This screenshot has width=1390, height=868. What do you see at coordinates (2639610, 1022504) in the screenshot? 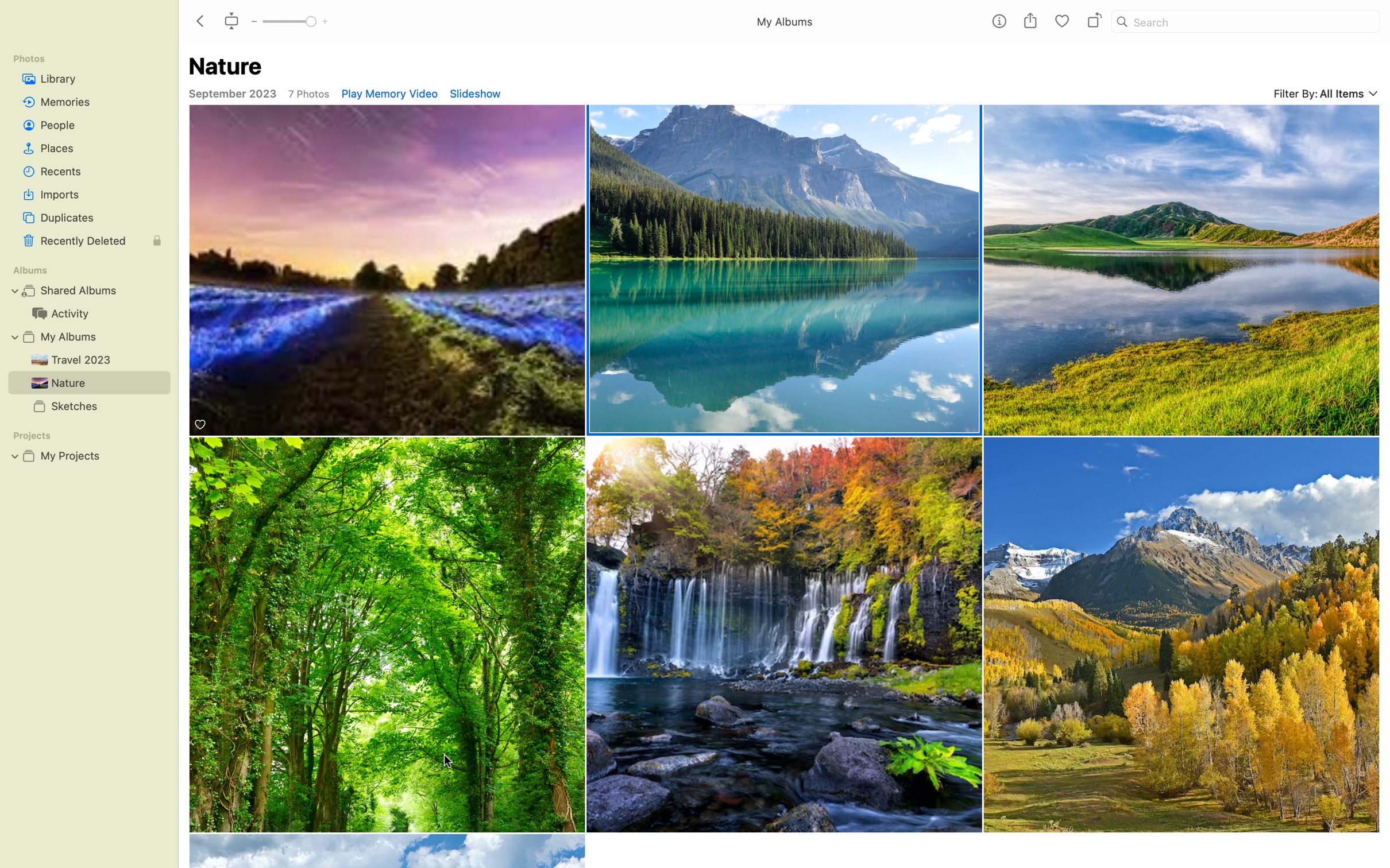
I see `Go to the start of the webpage` at bounding box center [2639610, 1022504].